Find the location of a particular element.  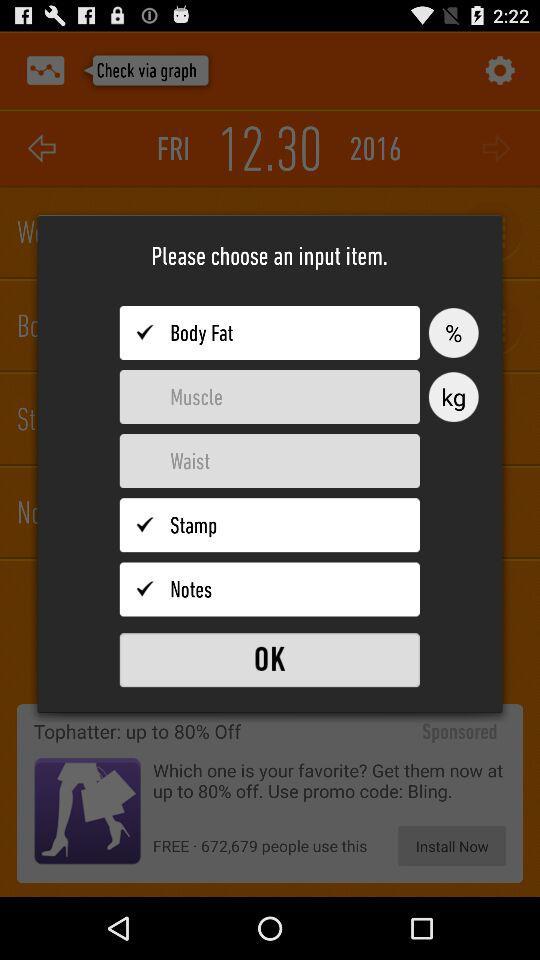

the item below the % item is located at coordinates (453, 396).